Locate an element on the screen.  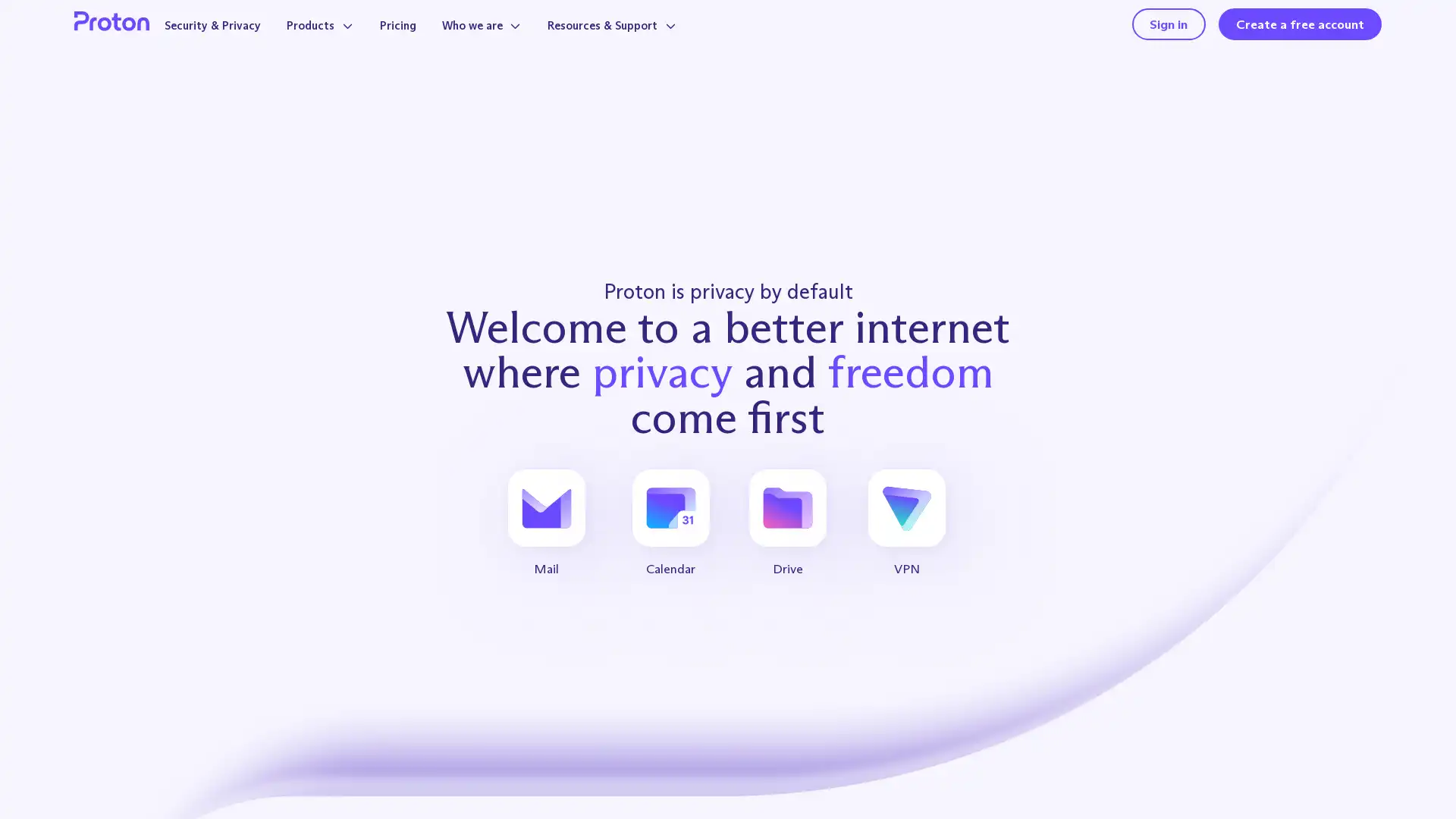
Products is located at coordinates (344, 39).